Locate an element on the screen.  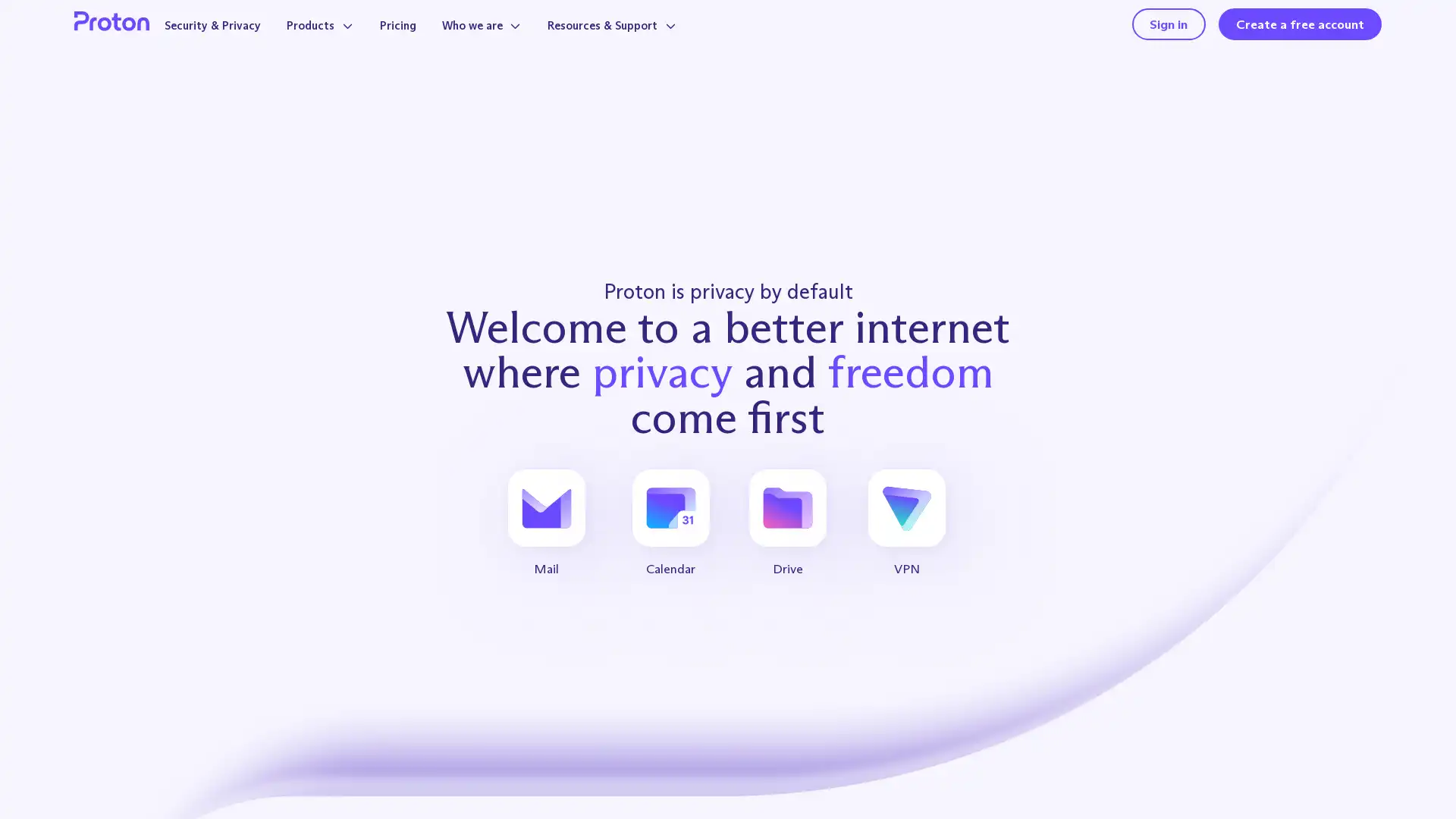
Products is located at coordinates (344, 39).